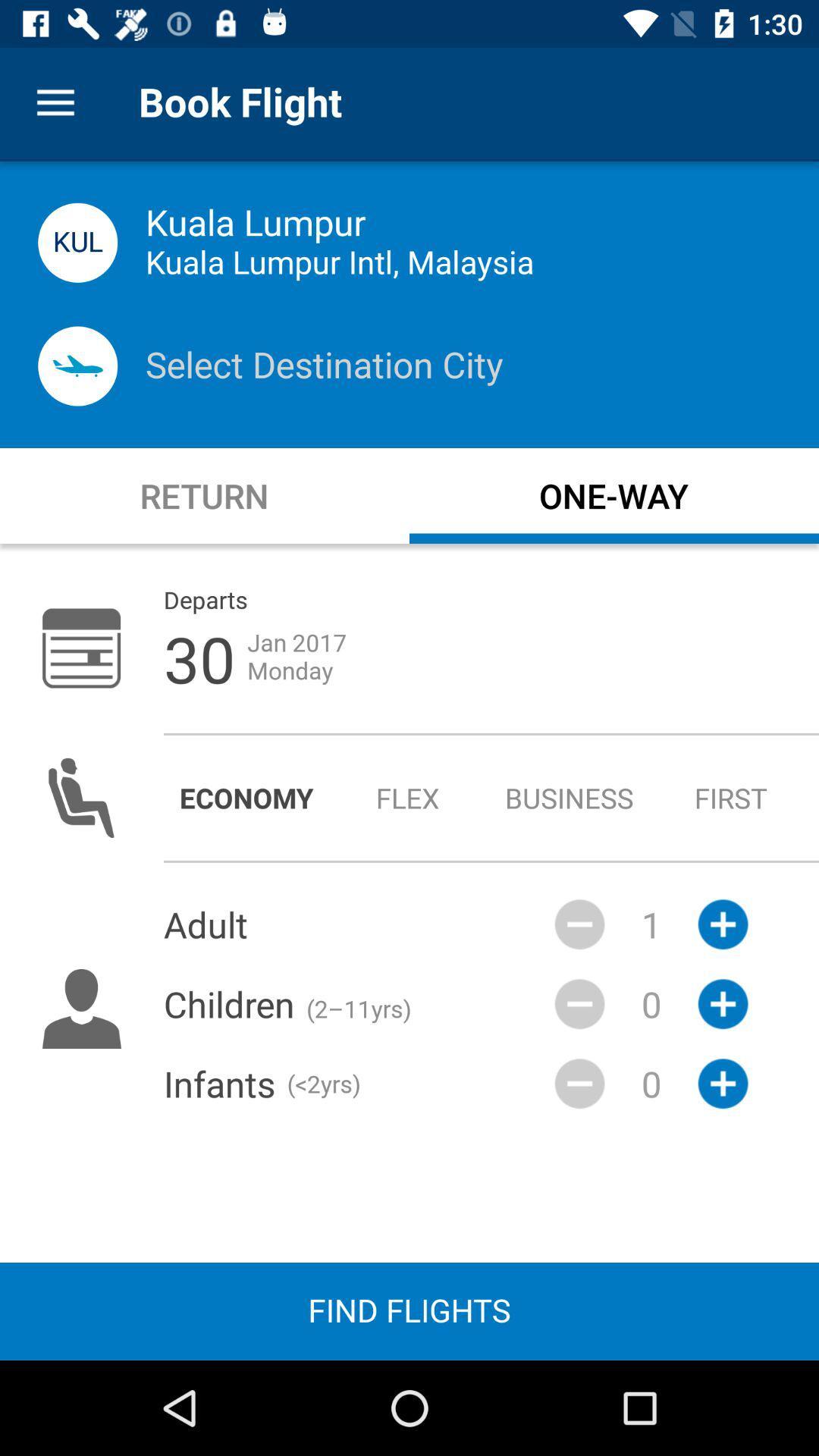 The width and height of the screenshot is (819, 1456). Describe the element at coordinates (407, 797) in the screenshot. I see `the flex item` at that location.